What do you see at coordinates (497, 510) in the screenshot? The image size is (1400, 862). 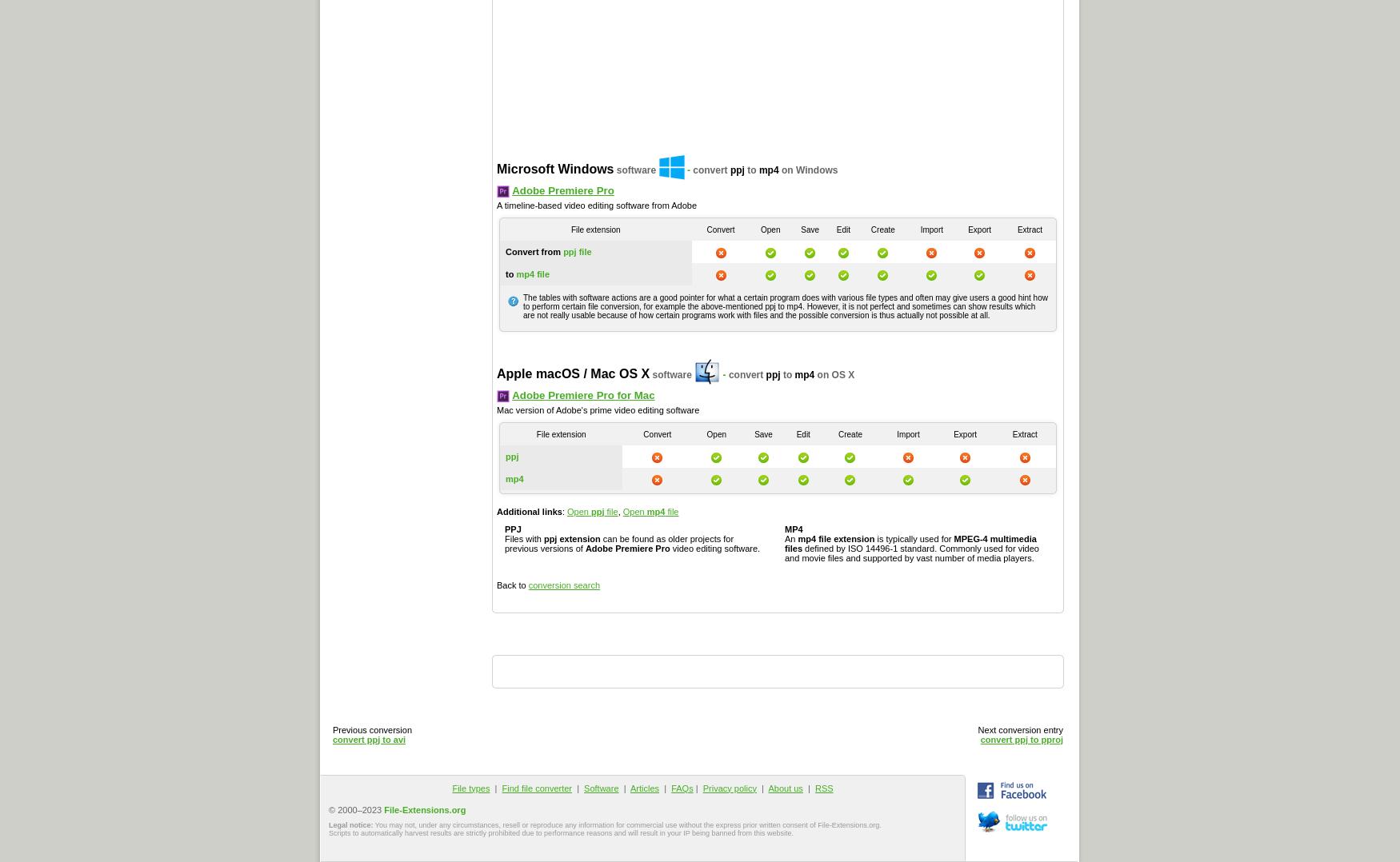 I see `'Additional links'` at bounding box center [497, 510].